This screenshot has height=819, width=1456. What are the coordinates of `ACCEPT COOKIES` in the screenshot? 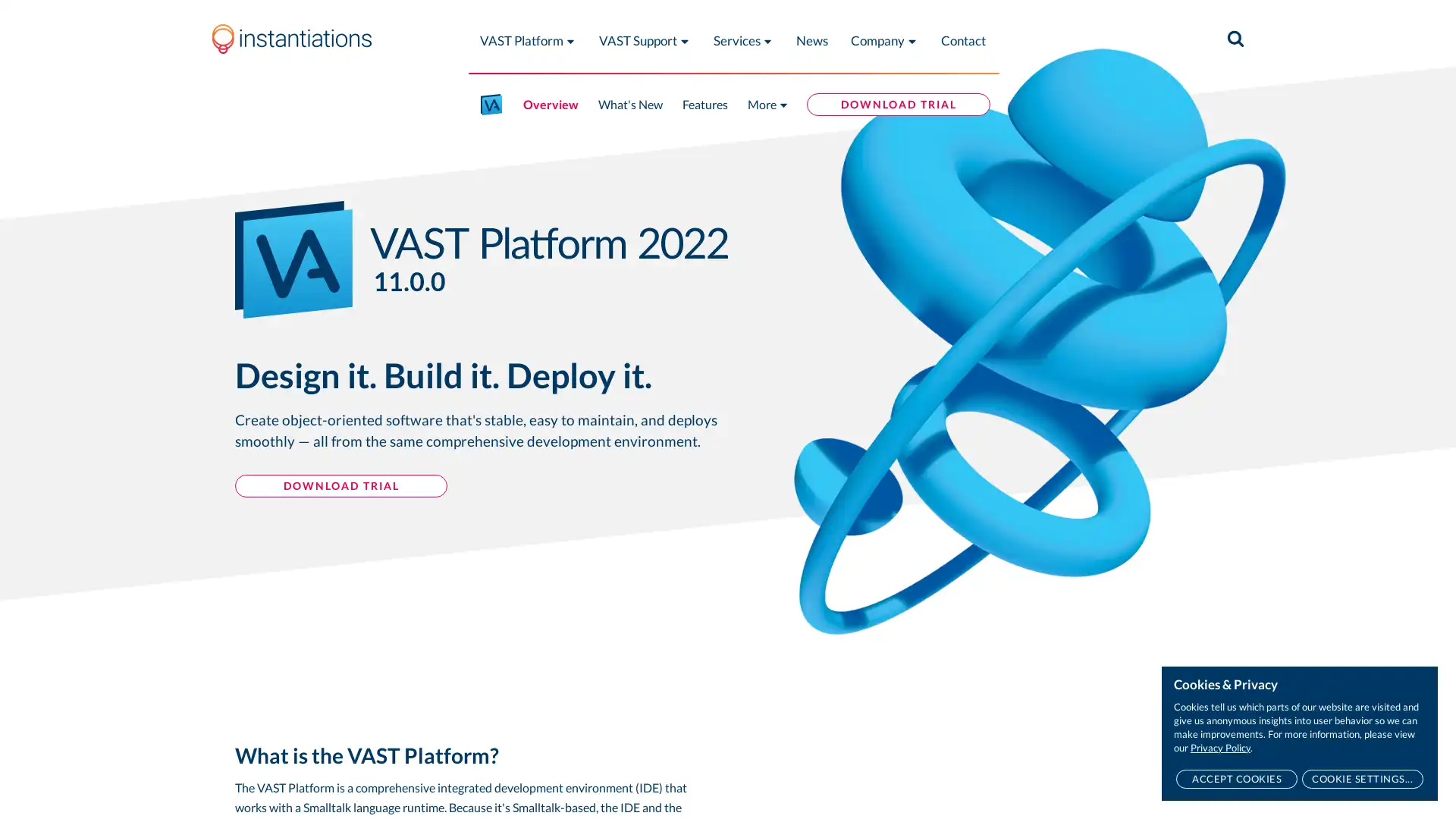 It's located at (1236, 779).